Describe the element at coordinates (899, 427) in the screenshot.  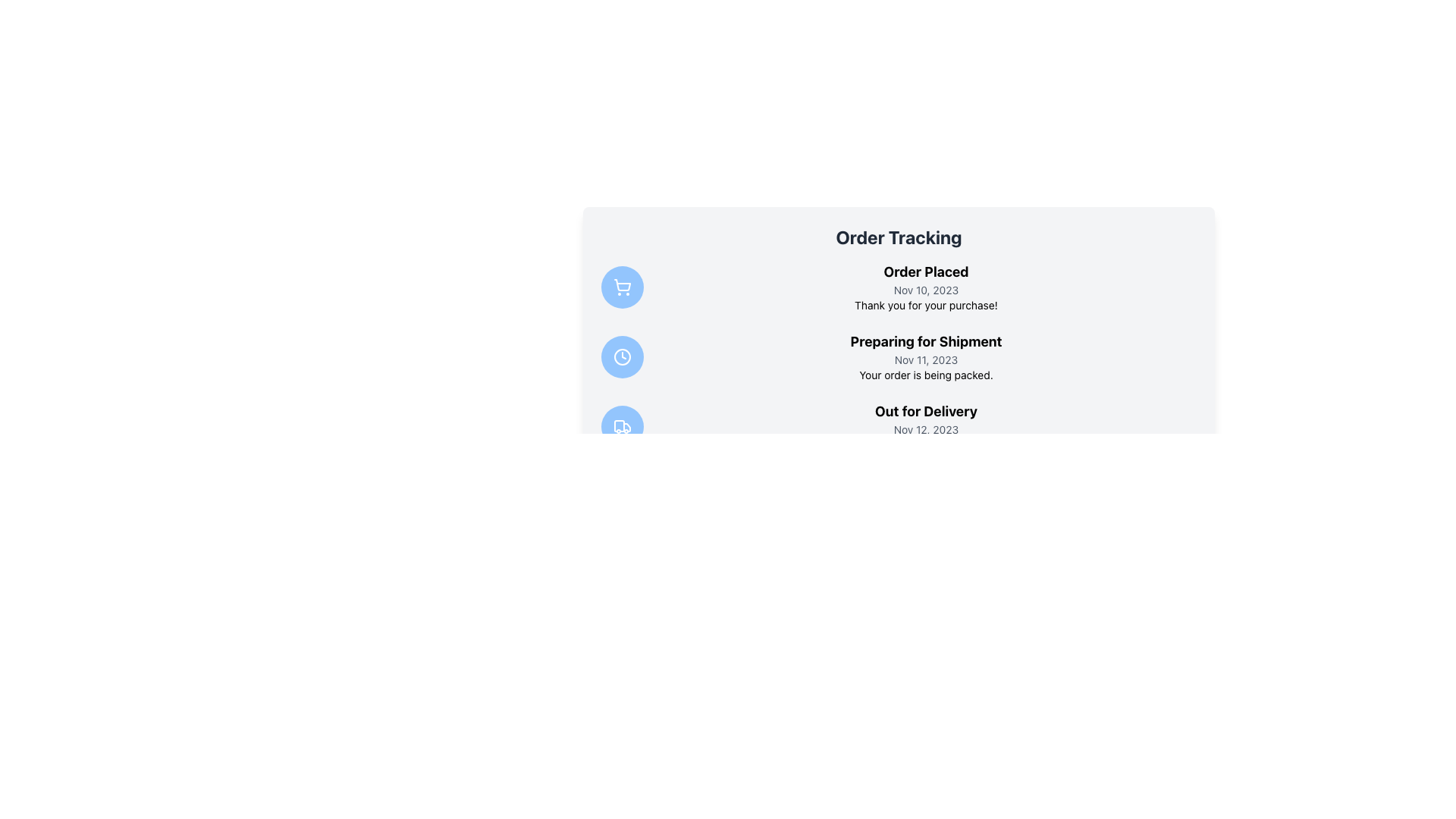
I see `information from the Status Block, which features a blue circle with a truck icon and hierarchical text layout, positioned as the third item in a vertical sequence` at that location.